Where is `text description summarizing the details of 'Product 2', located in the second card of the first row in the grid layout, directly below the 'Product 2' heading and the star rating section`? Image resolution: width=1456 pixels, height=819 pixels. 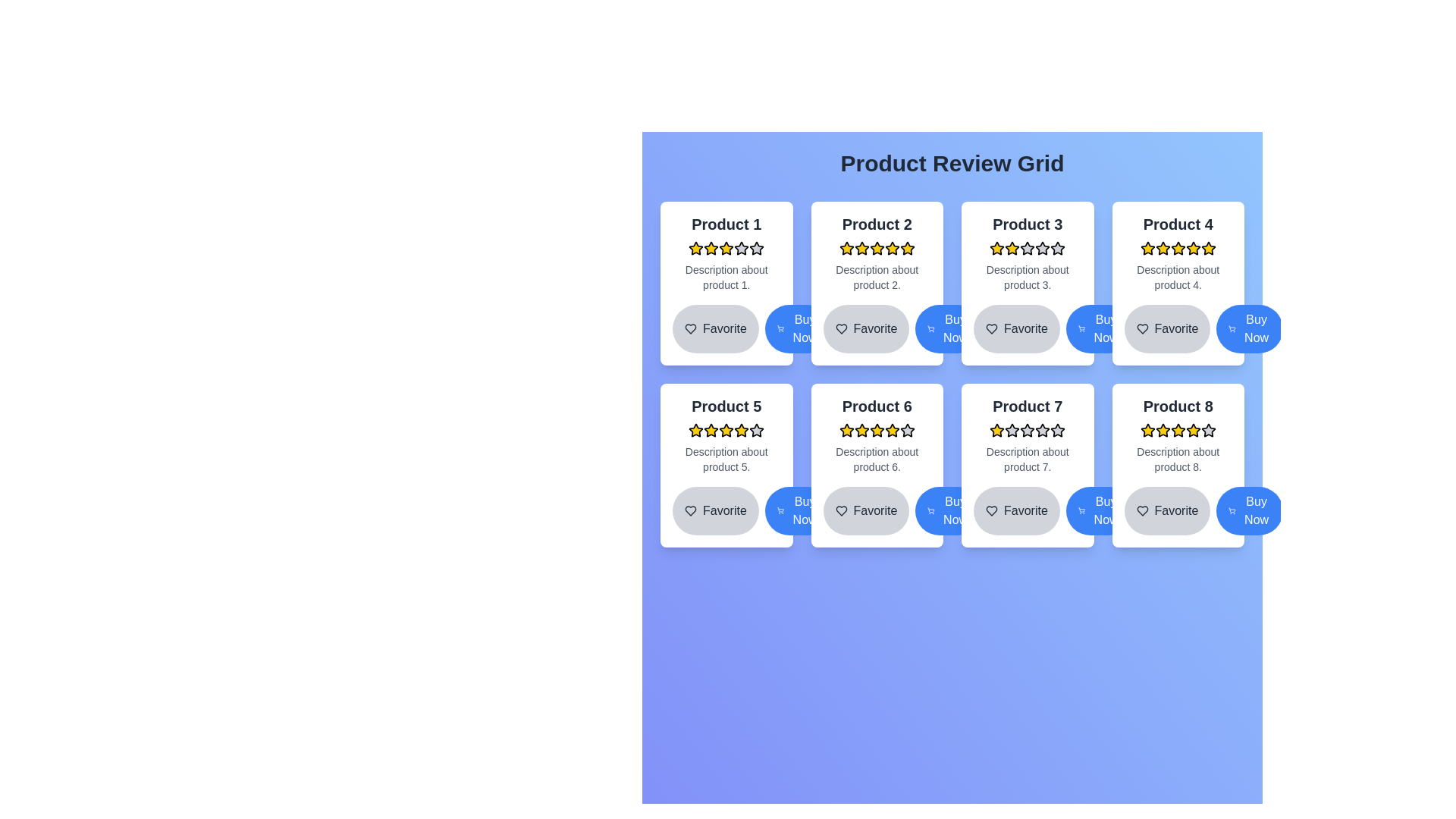 text description summarizing the details of 'Product 2', located in the second card of the first row in the grid layout, directly below the 'Product 2' heading and the star rating section is located at coordinates (877, 278).